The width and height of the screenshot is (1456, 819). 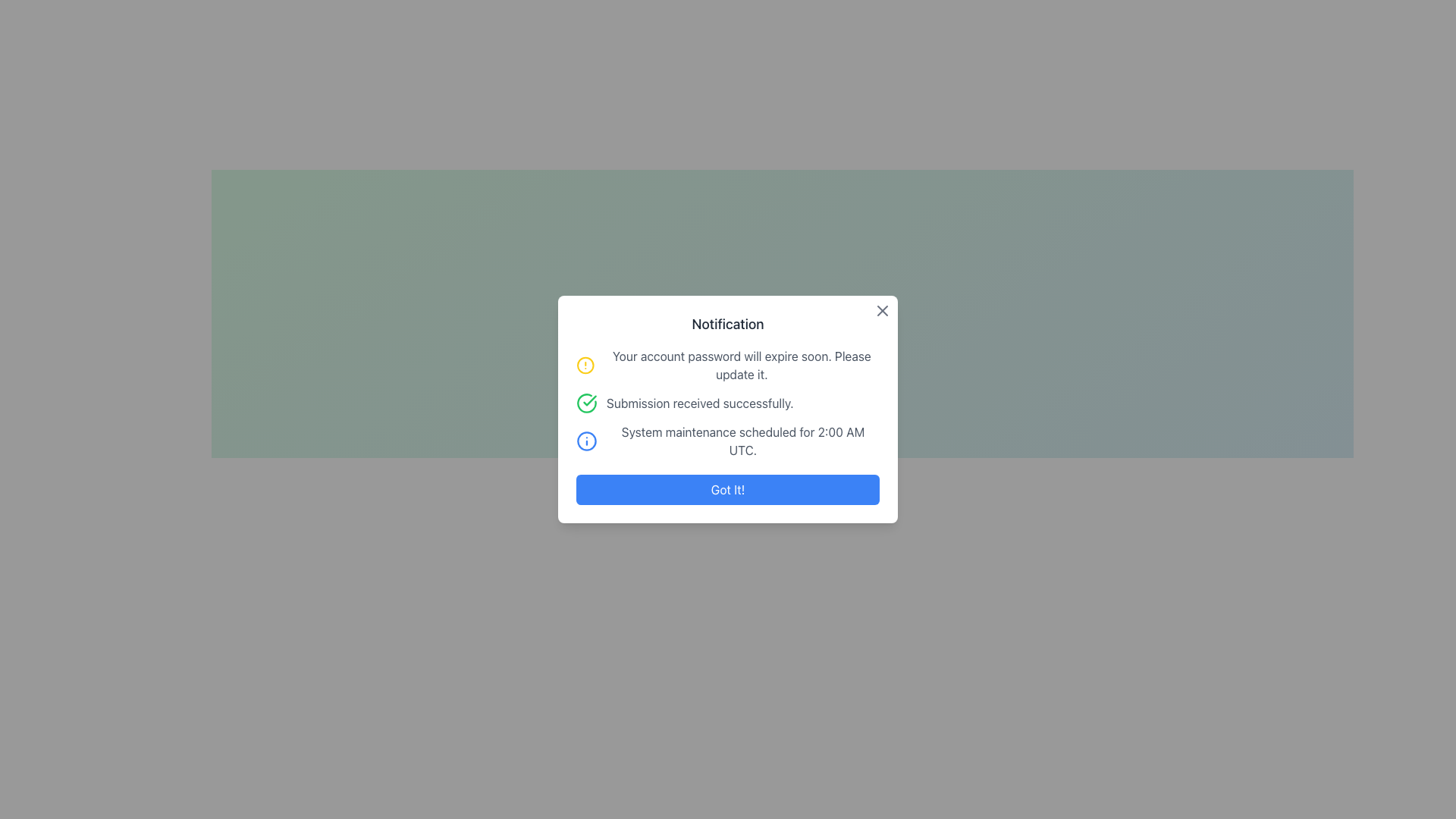 I want to click on the second notification in the notification modal that indicates successful submission, located between the yellow alert notification and the blue info notification, so click(x=728, y=403).